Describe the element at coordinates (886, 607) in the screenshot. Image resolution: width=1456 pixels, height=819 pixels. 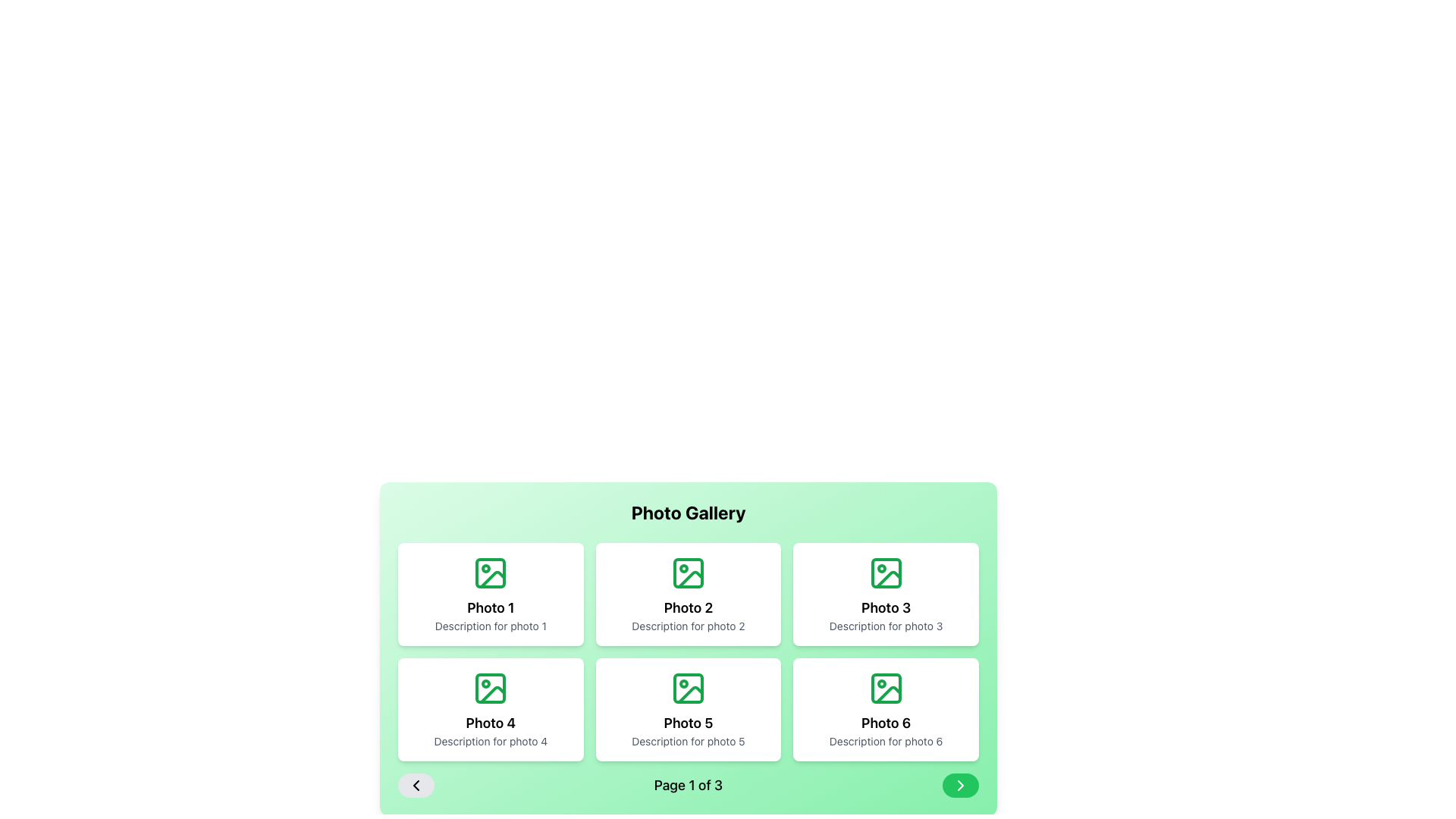
I see `the 'Photo 3' text block` at that location.